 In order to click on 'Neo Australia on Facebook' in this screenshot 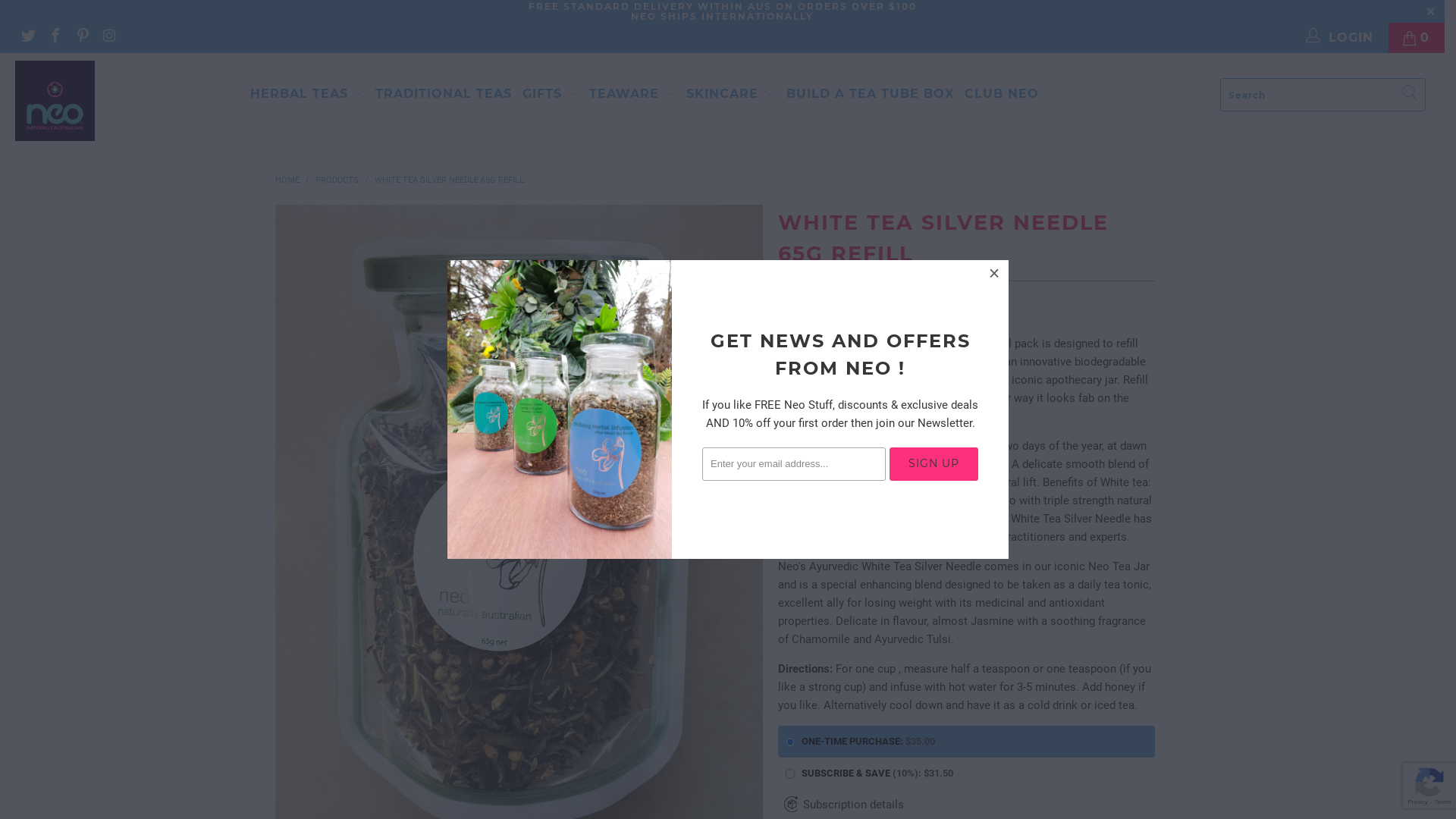, I will do `click(55, 36)`.